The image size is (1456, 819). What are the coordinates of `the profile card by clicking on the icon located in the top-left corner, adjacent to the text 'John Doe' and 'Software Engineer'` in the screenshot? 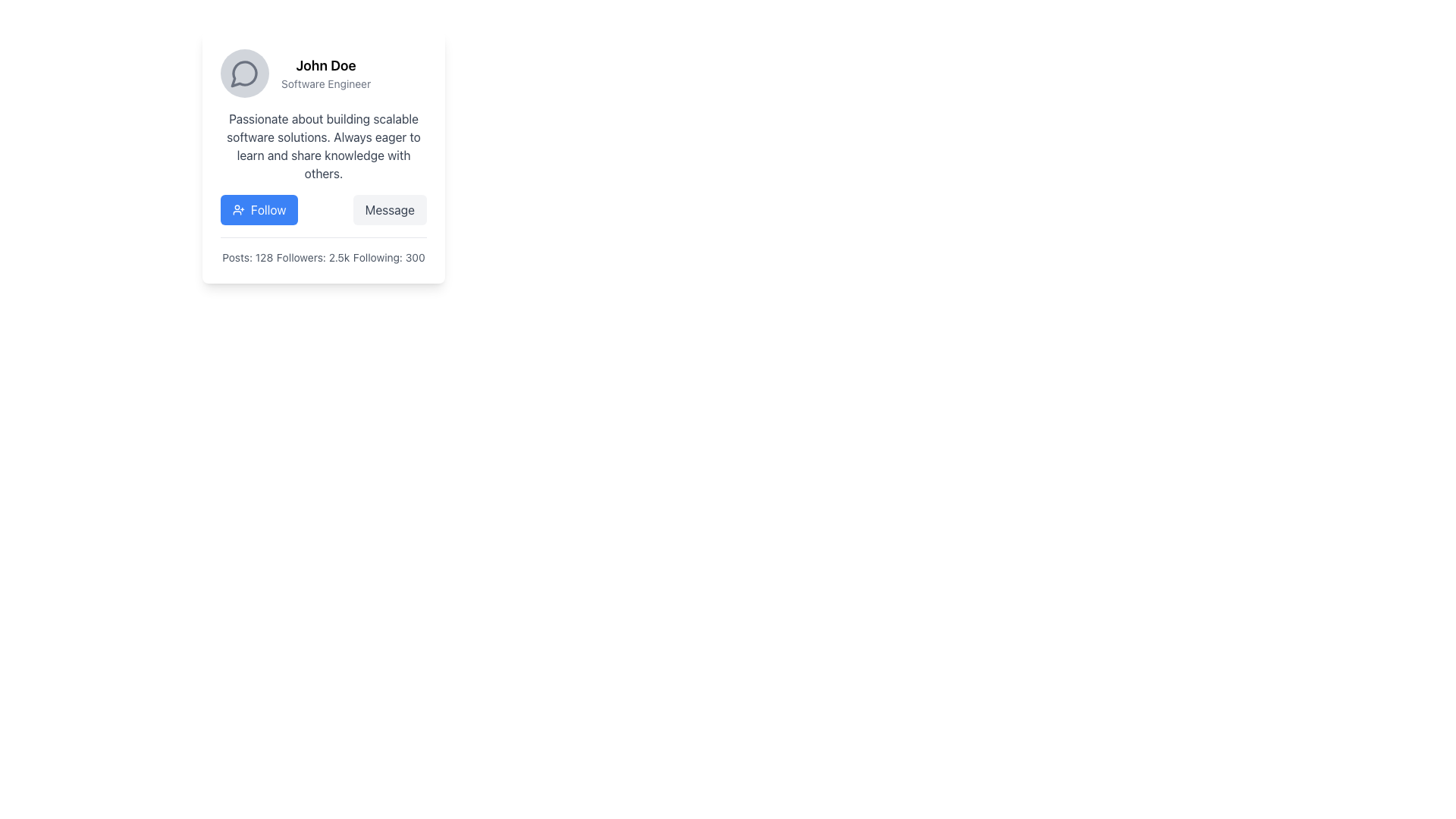 It's located at (244, 73).